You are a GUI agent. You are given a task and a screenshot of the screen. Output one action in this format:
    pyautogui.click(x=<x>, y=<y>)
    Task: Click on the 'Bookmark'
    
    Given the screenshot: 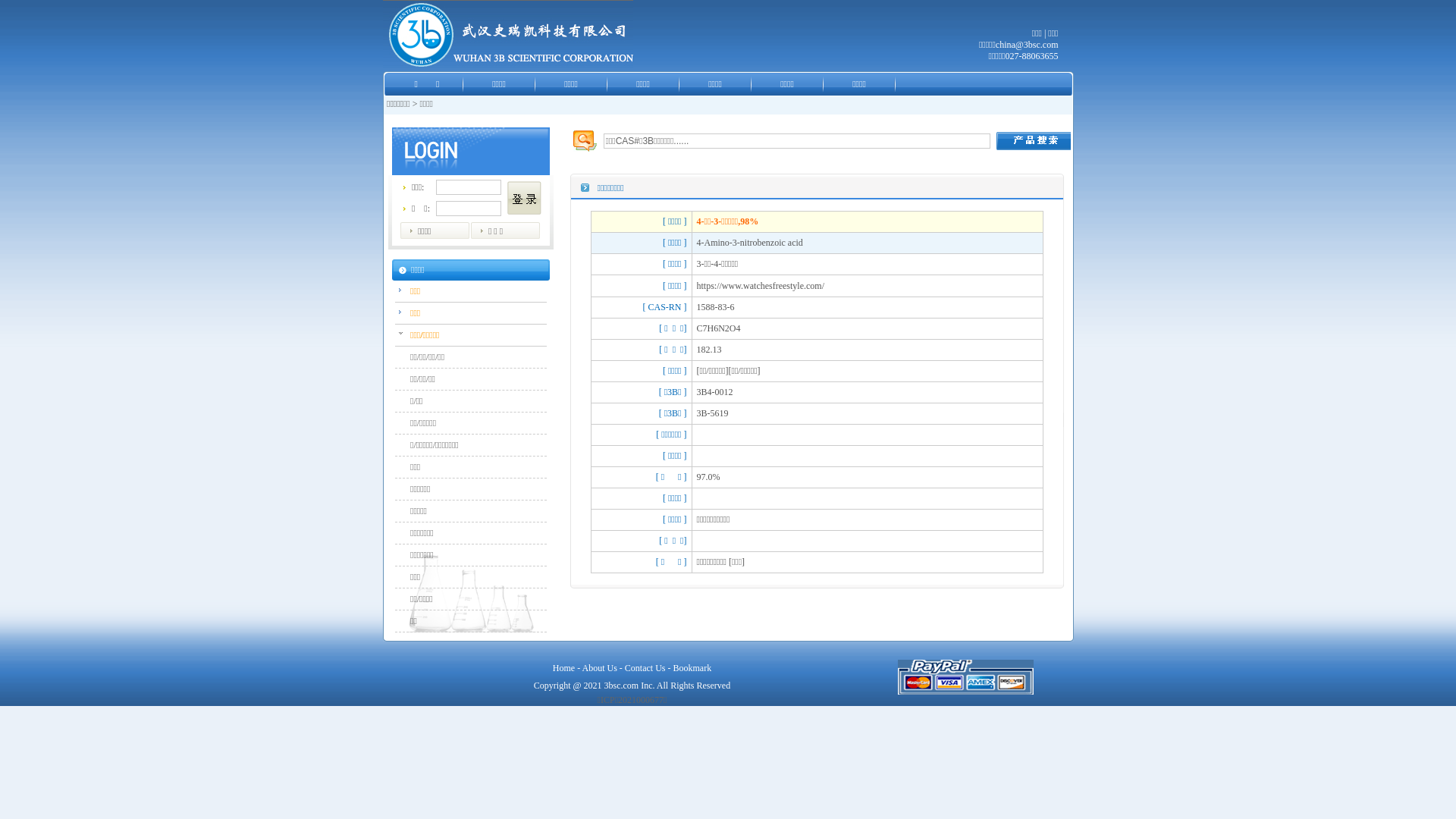 What is the action you would take?
    pyautogui.click(x=692, y=667)
    